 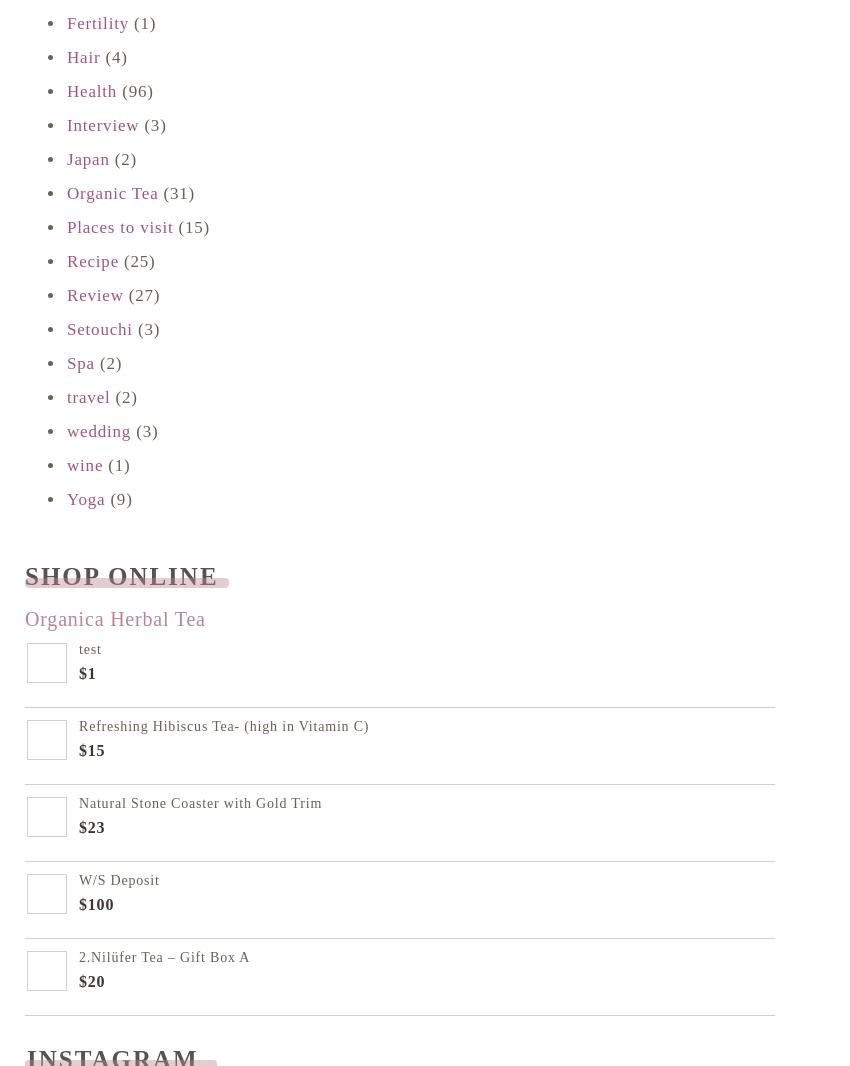 I want to click on 'Fertility', so click(x=96, y=22).